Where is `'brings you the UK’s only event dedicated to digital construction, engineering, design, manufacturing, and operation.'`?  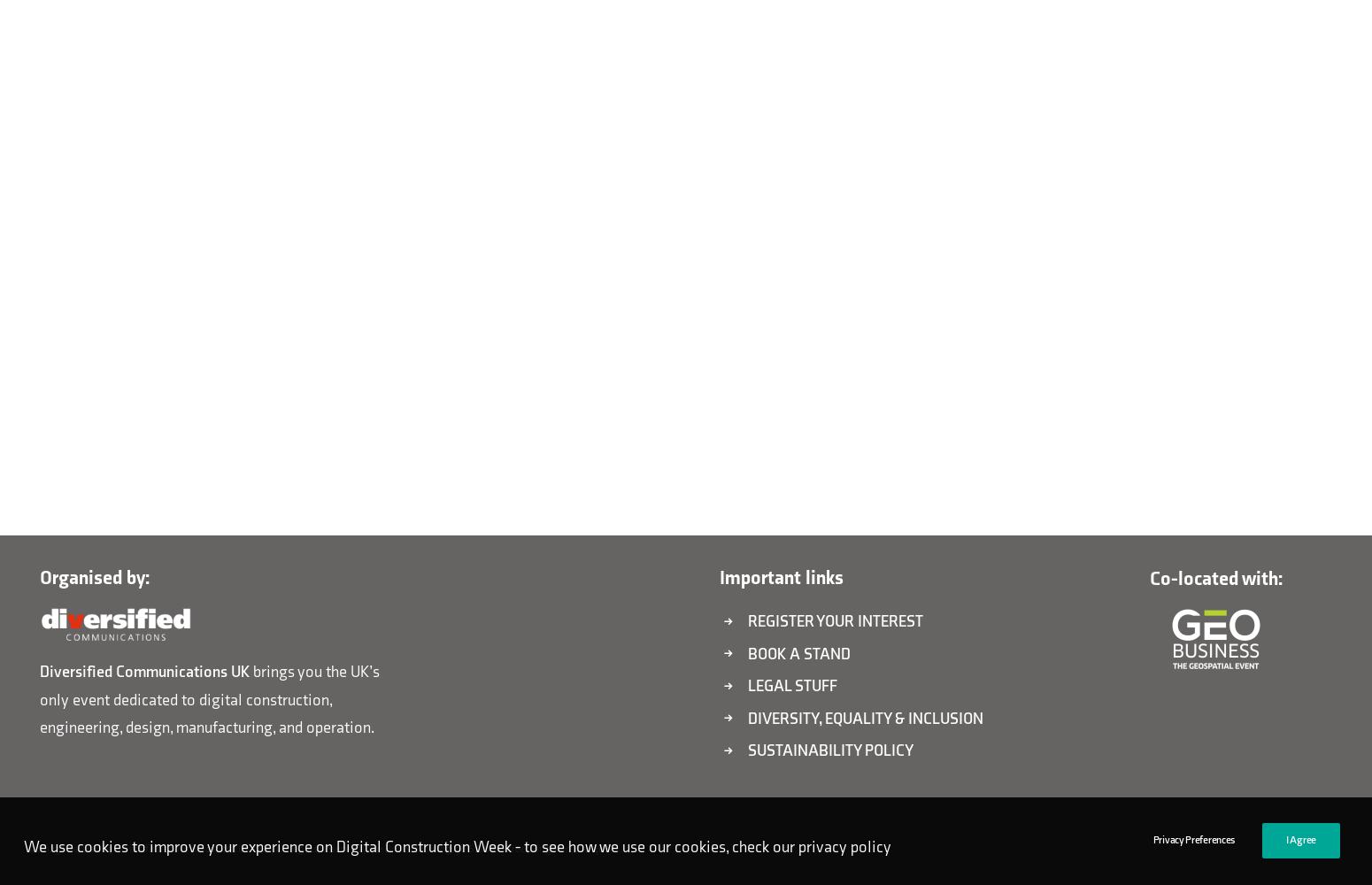
'brings you the UK’s only event dedicated to digital construction, engineering, design, manufacturing, and operation.' is located at coordinates (38, 700).